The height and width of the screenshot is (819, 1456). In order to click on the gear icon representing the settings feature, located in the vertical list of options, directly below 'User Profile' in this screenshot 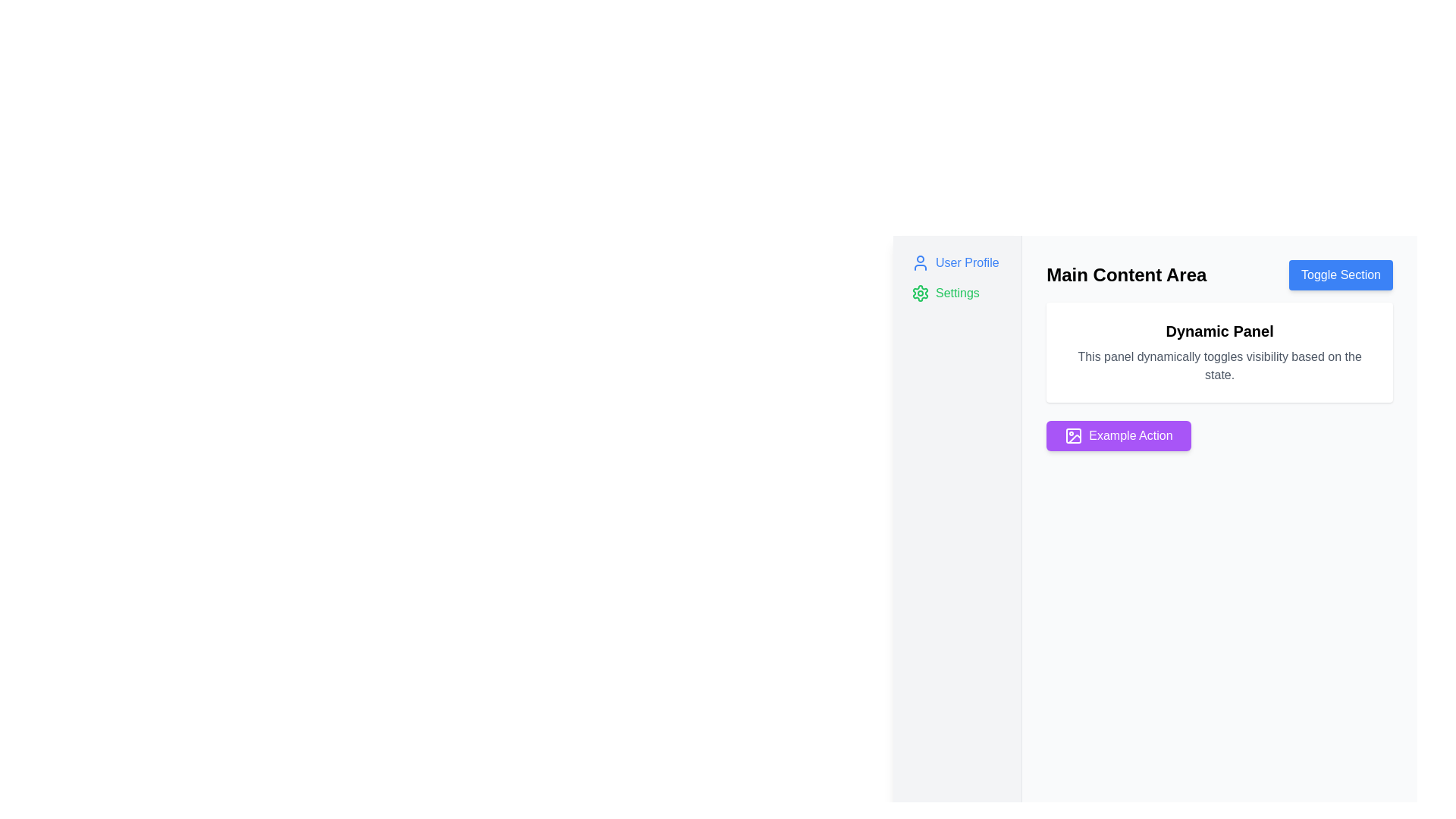, I will do `click(920, 293)`.